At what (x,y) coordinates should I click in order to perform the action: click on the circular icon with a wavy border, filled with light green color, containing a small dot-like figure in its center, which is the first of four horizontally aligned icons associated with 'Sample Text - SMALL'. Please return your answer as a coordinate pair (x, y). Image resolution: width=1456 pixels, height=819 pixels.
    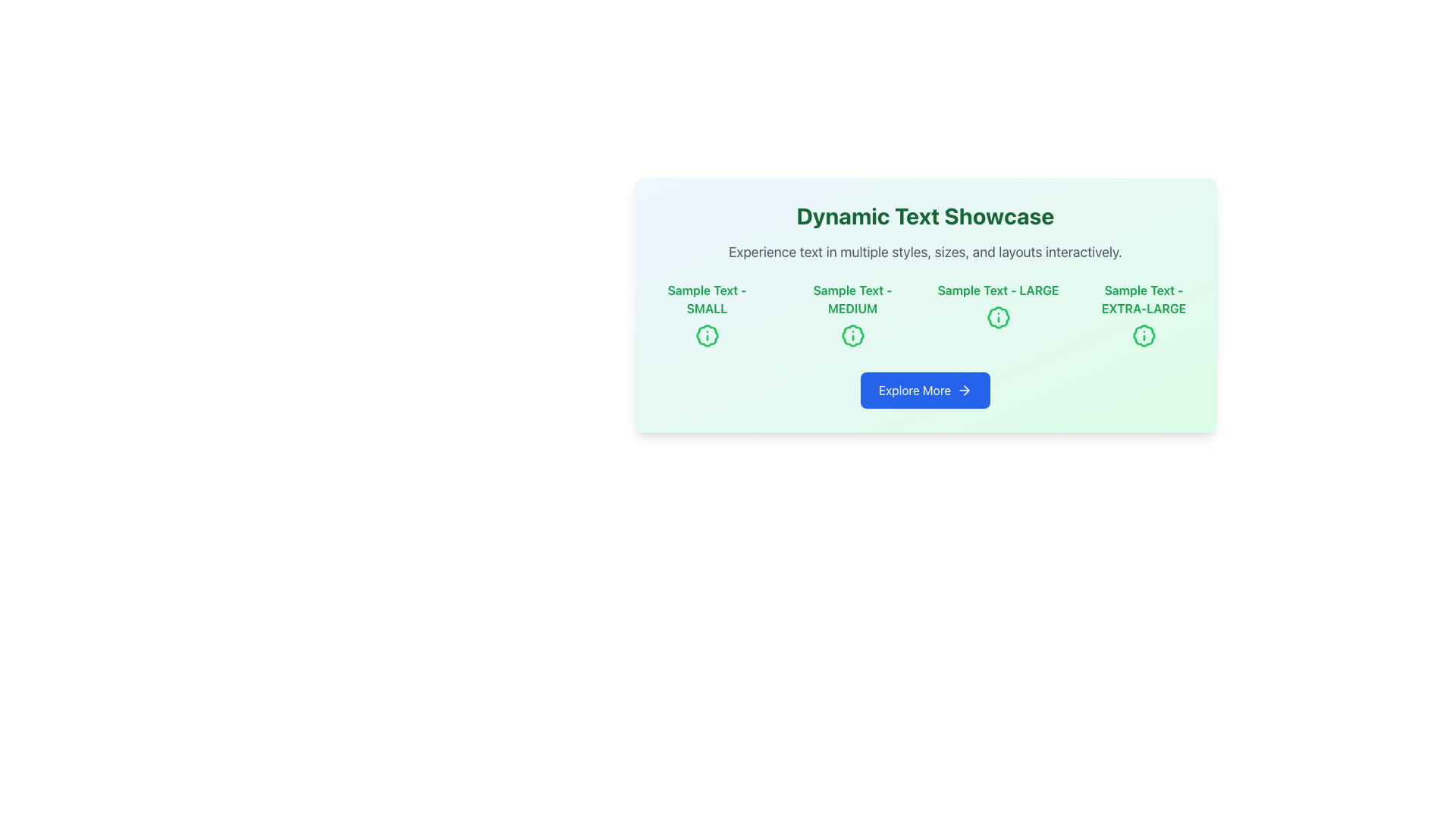
    Looking at the image, I should click on (706, 335).